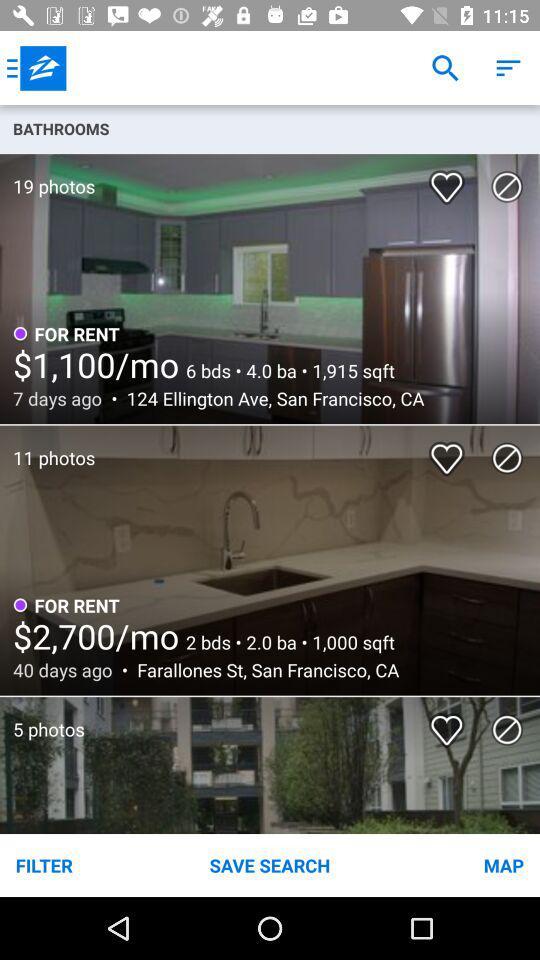  I want to click on the icon to the right of the 40 days ago icon, so click(262, 670).